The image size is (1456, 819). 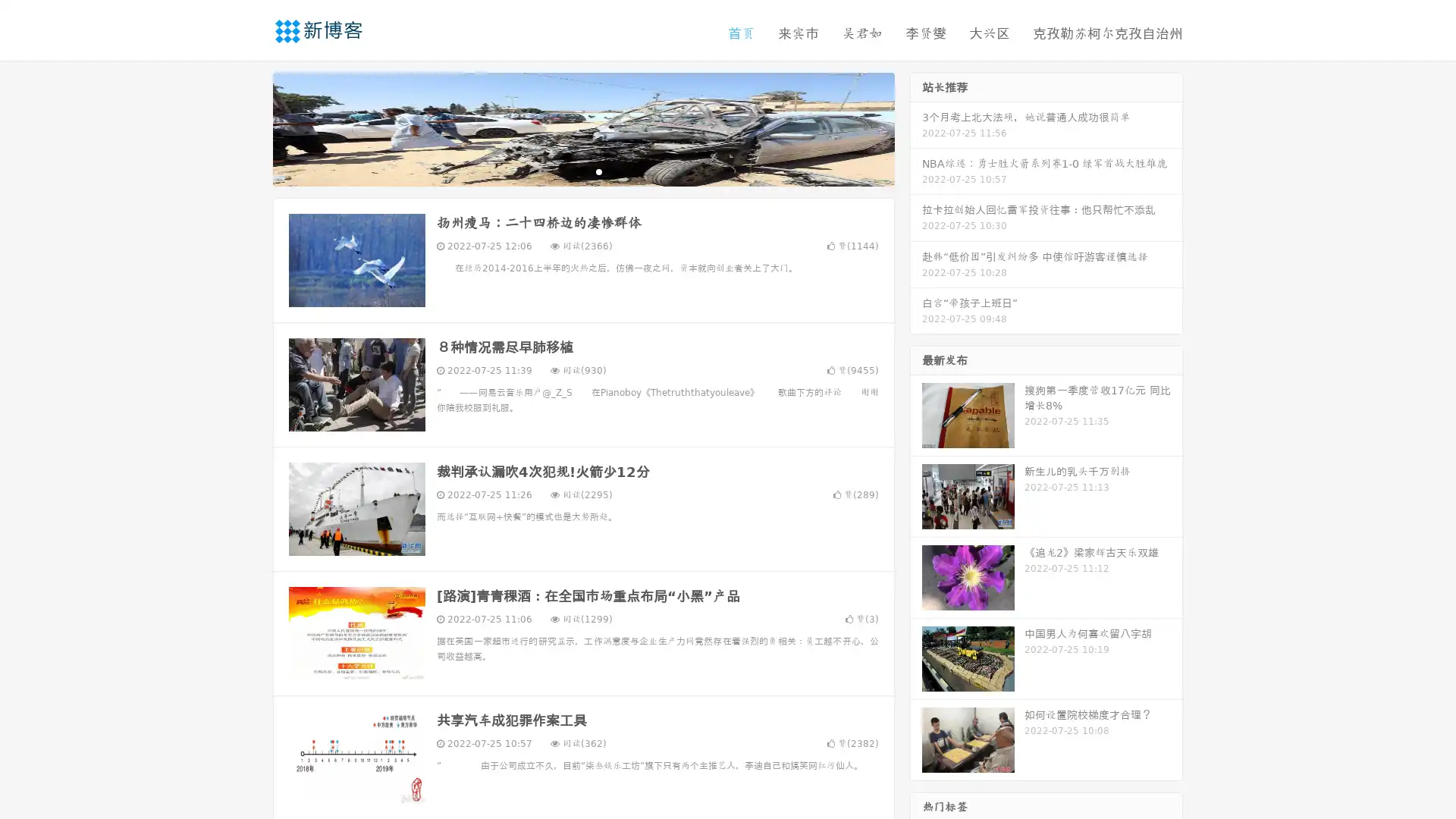 I want to click on Go to slide 3, so click(x=598, y=171).